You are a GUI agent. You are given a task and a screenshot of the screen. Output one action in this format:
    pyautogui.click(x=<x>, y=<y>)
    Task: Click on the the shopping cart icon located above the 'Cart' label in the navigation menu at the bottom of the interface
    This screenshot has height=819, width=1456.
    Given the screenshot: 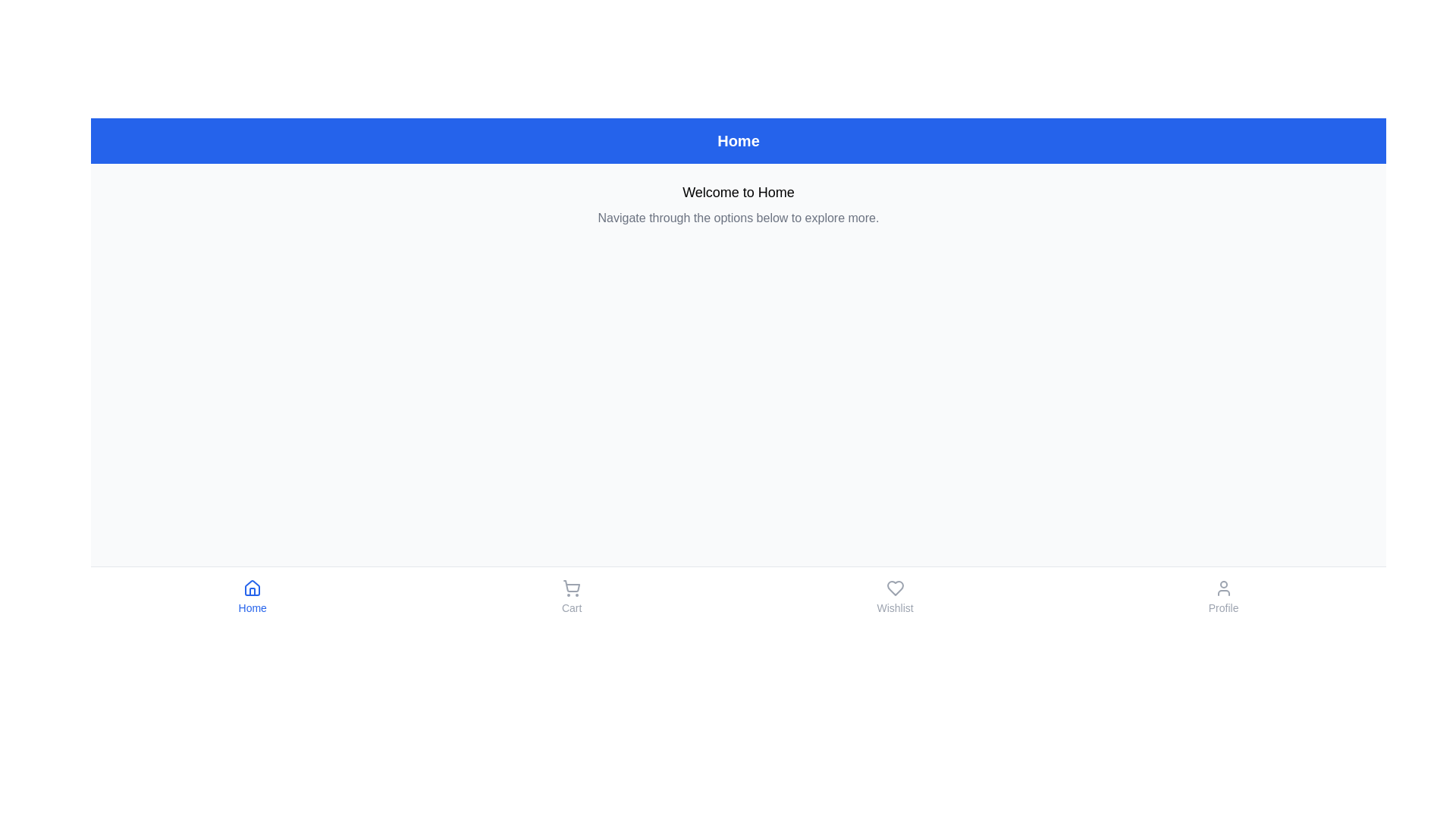 What is the action you would take?
    pyautogui.click(x=571, y=587)
    